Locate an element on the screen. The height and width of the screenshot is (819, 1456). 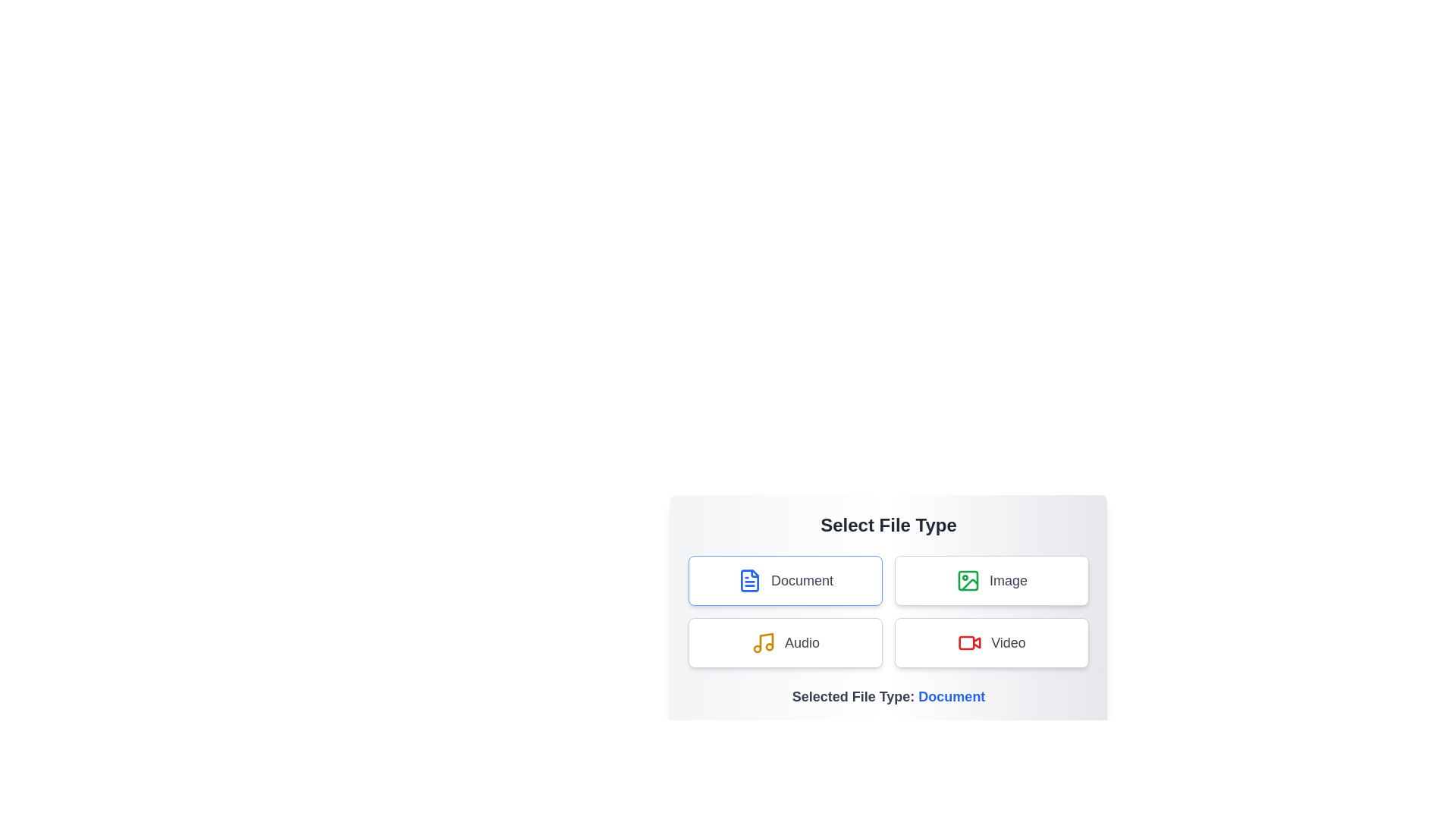
the 'Audio' file type button located in the bottom-left corner of the grid layout, which is the third button below 'Document' and 'Image', and to the left of 'Video' is located at coordinates (786, 643).